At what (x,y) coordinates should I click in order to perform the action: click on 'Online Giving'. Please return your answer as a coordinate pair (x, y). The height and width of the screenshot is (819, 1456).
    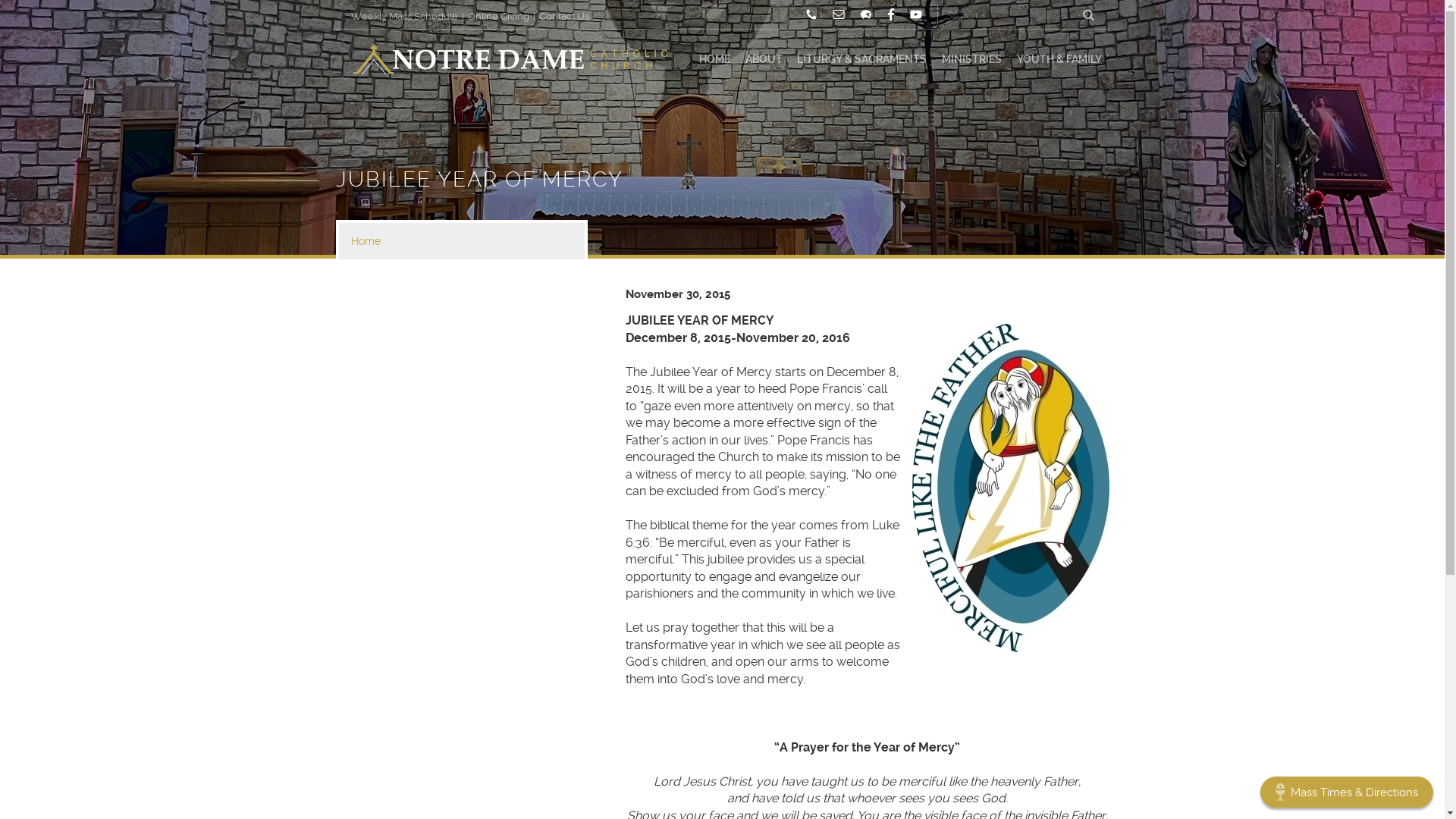
    Looking at the image, I should click on (496, 17).